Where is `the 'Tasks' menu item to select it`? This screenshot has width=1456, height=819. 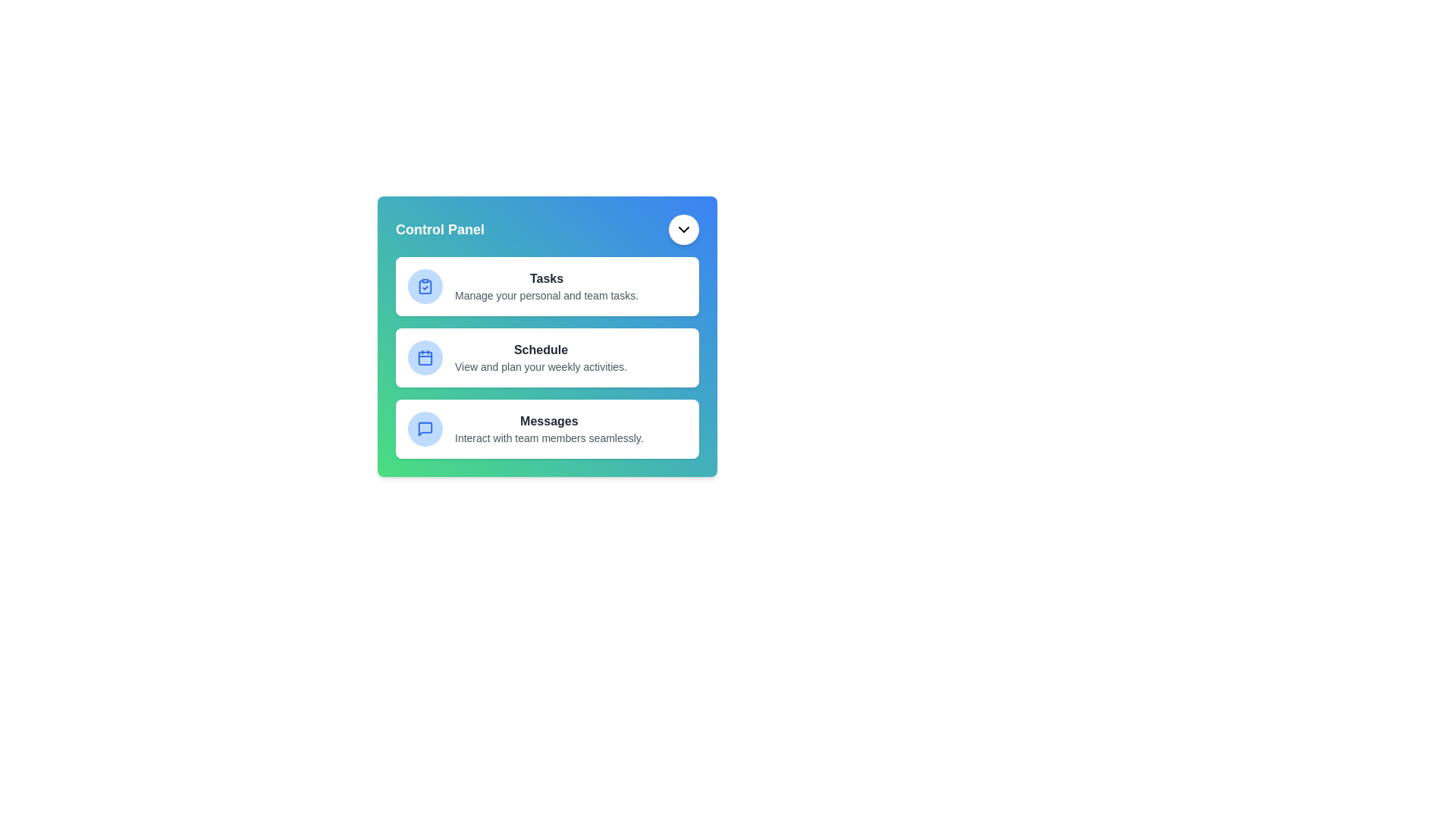 the 'Tasks' menu item to select it is located at coordinates (546, 287).